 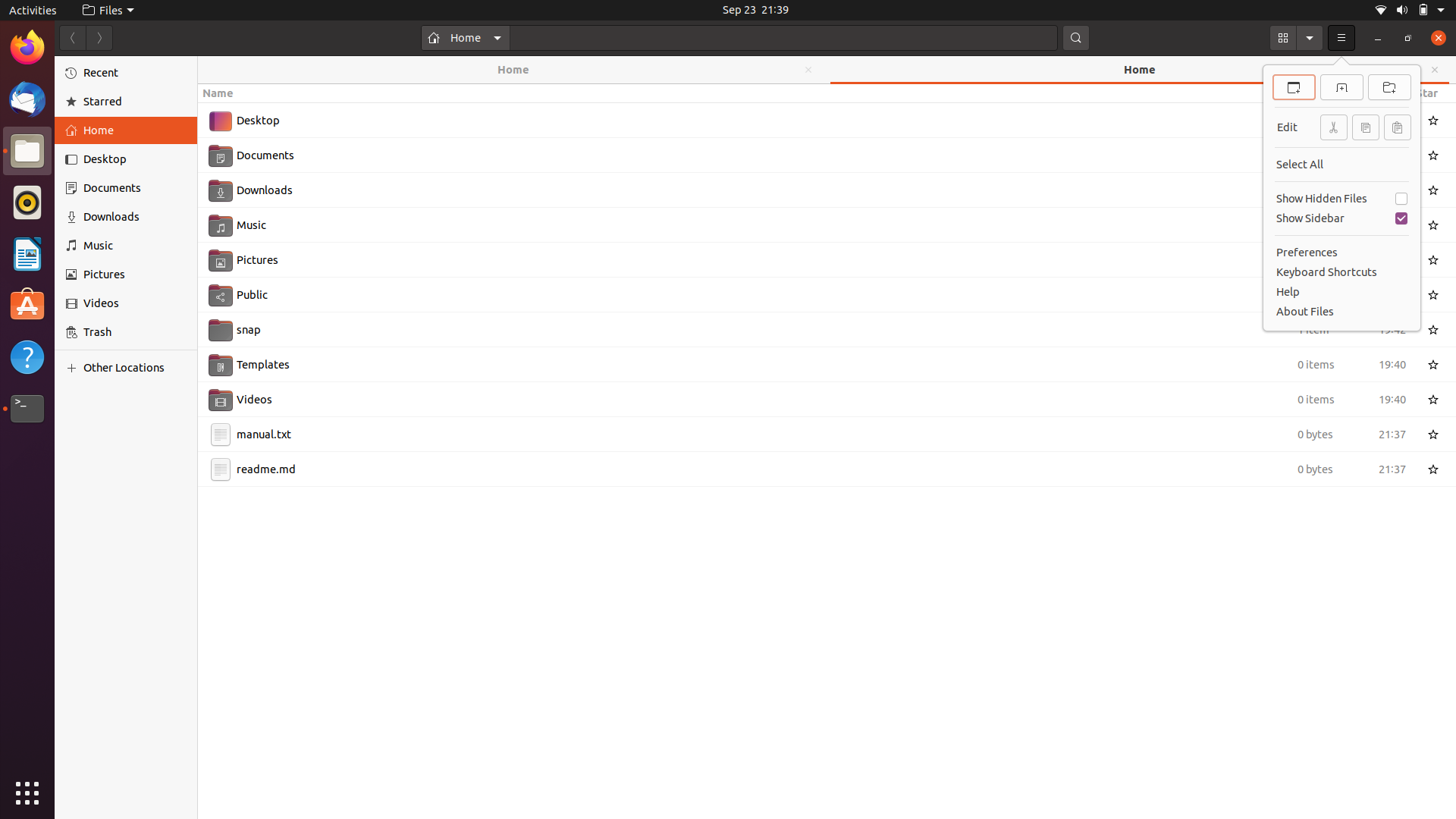 What do you see at coordinates (1340, 219) in the screenshot?
I see `Execute the removal of the sidebar using keyboard and mouse` at bounding box center [1340, 219].